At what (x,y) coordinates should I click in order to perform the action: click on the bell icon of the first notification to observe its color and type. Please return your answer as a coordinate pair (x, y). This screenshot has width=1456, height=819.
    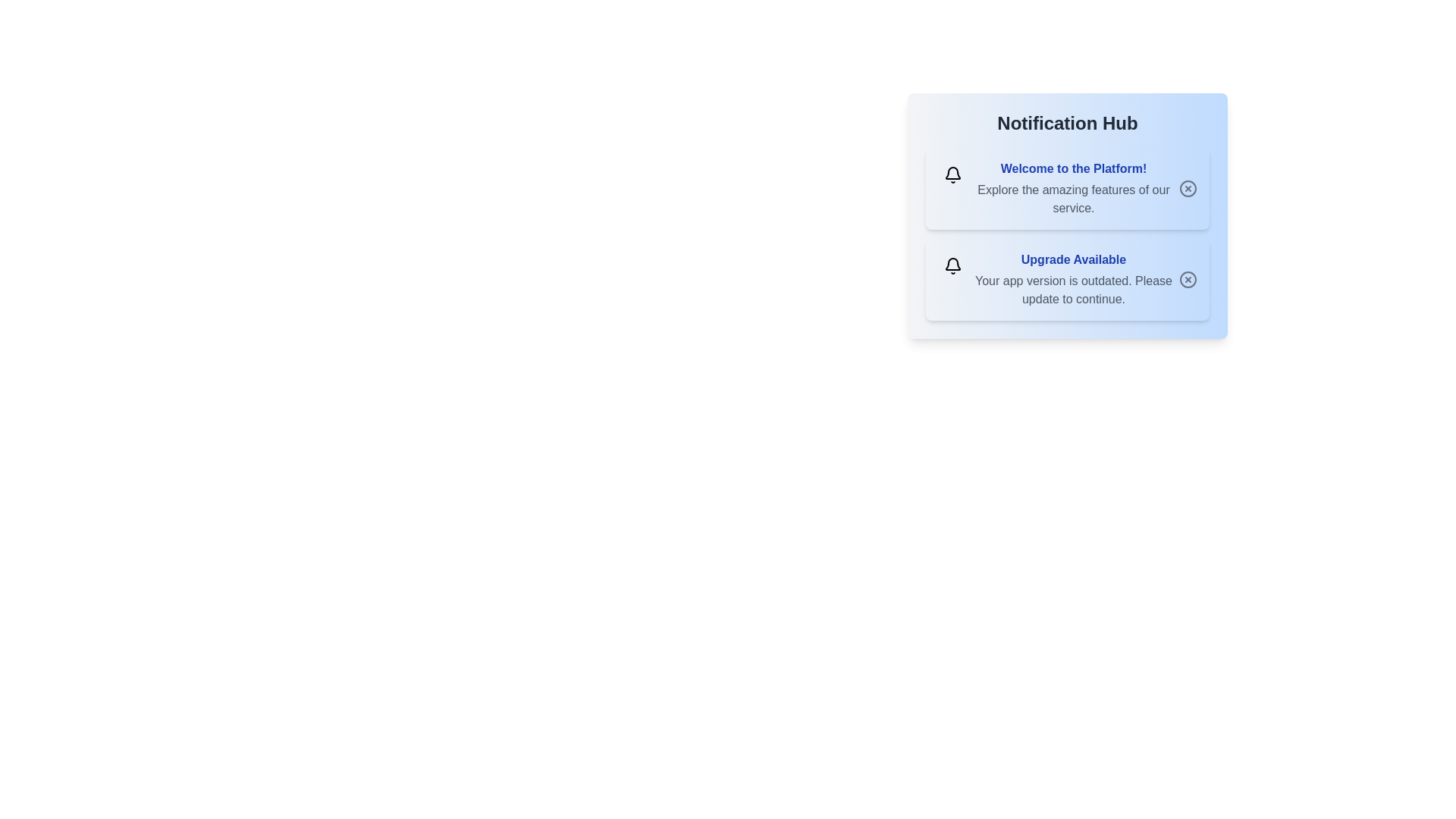
    Looking at the image, I should click on (952, 174).